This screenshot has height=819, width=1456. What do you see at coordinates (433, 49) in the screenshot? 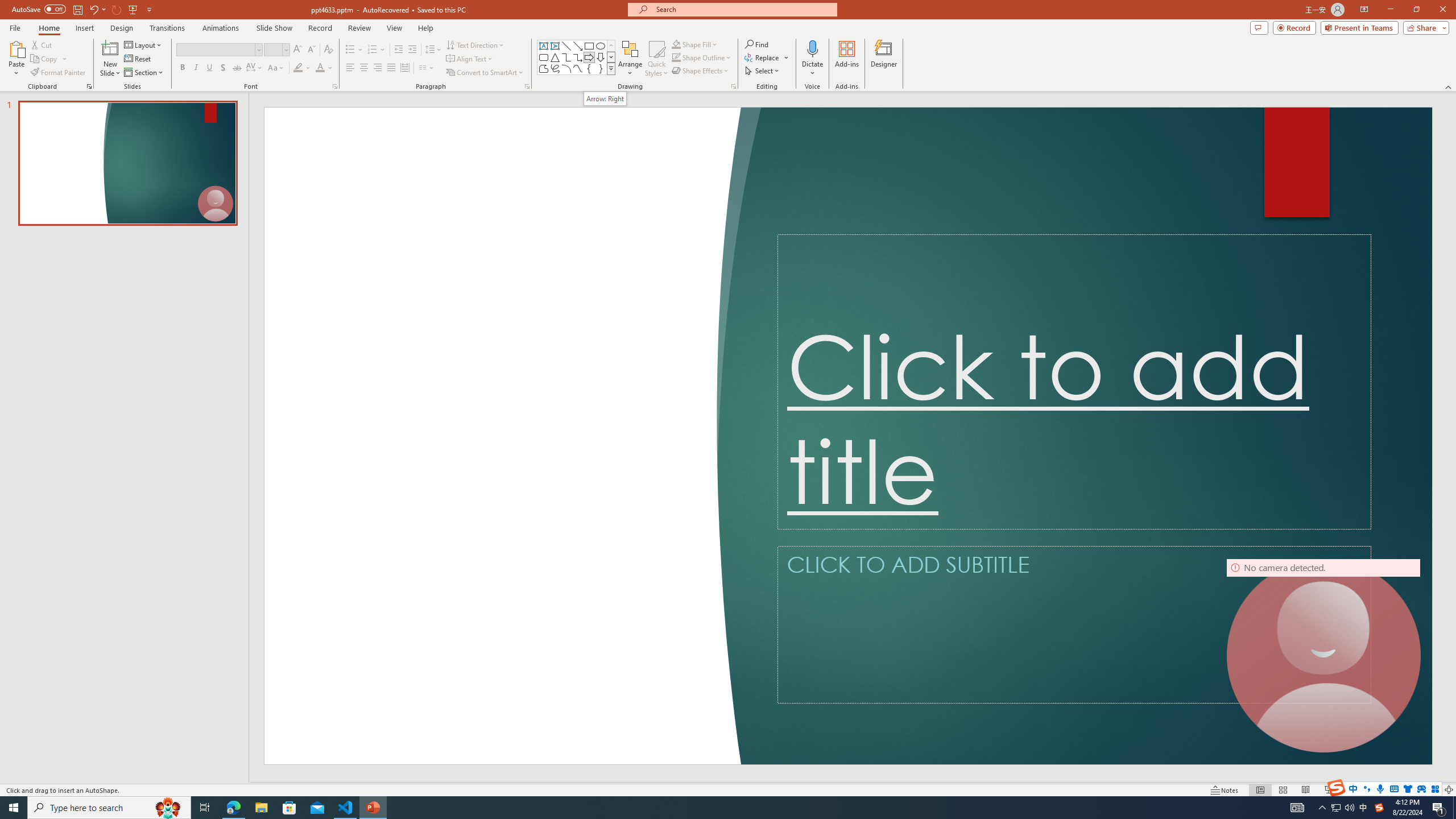
I see `'Line Spacing'` at bounding box center [433, 49].